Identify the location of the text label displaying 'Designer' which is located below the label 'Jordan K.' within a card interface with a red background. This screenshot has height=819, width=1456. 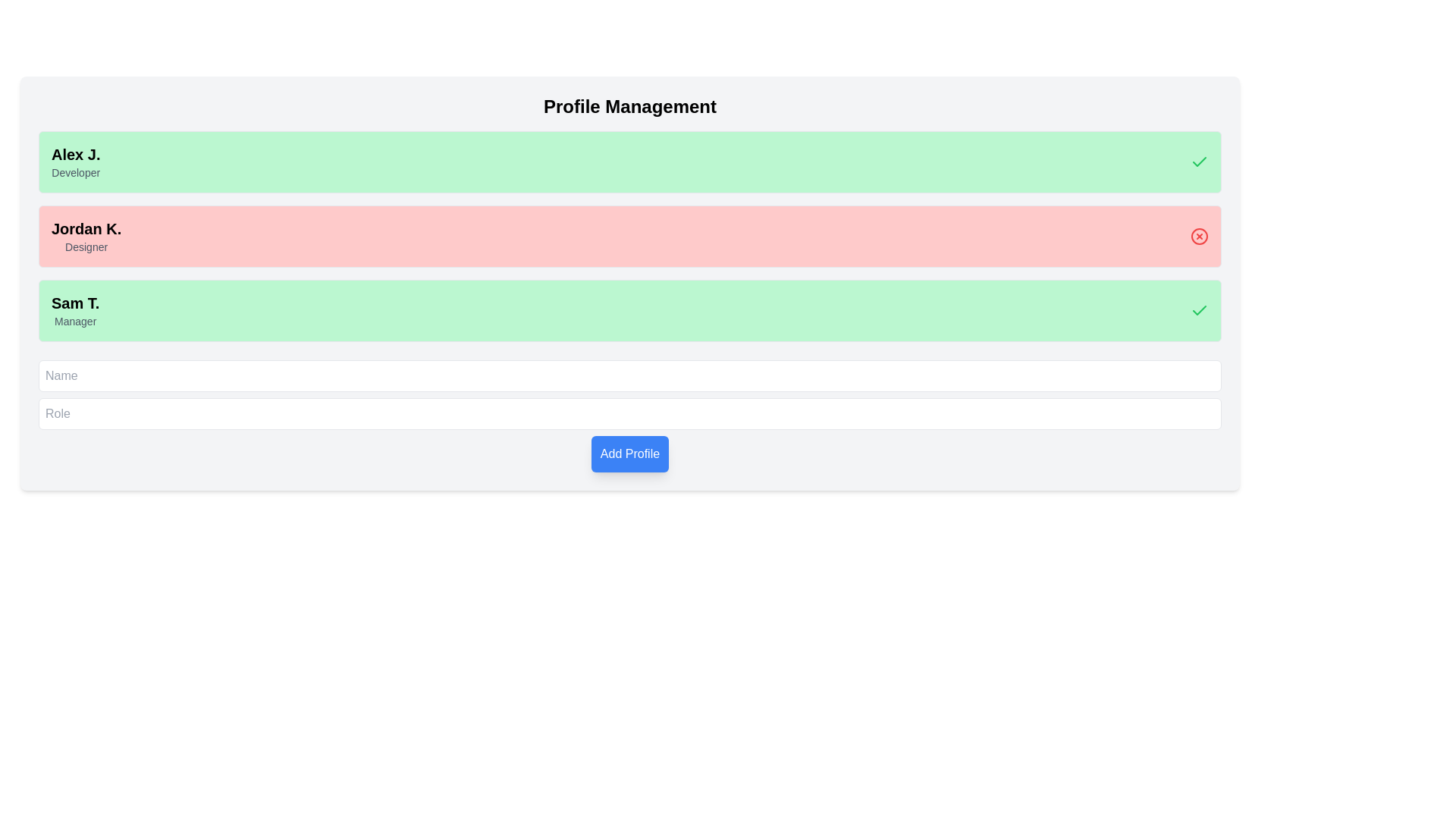
(86, 246).